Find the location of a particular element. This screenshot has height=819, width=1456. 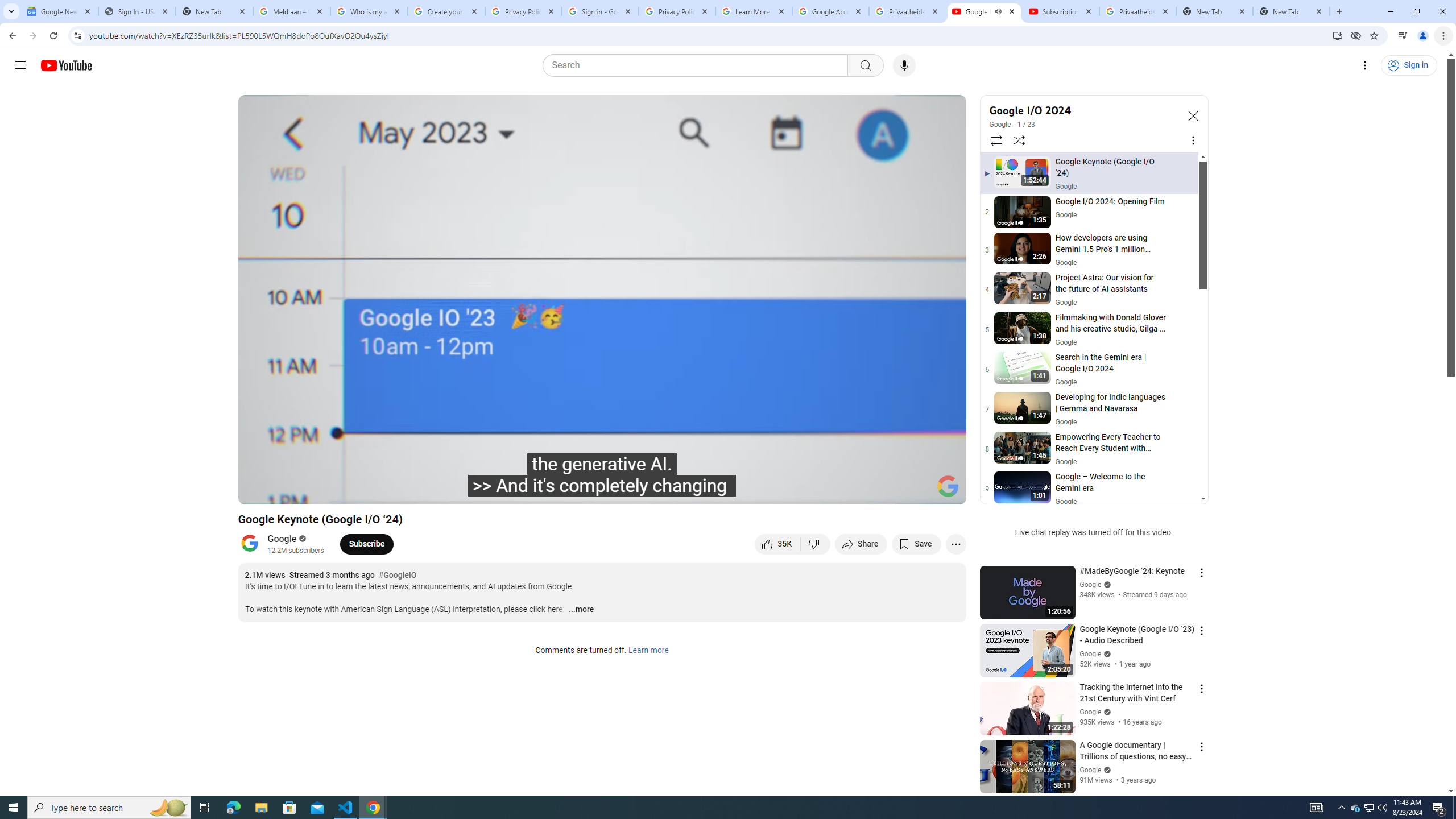

'Google News' is located at coordinates (59, 11).